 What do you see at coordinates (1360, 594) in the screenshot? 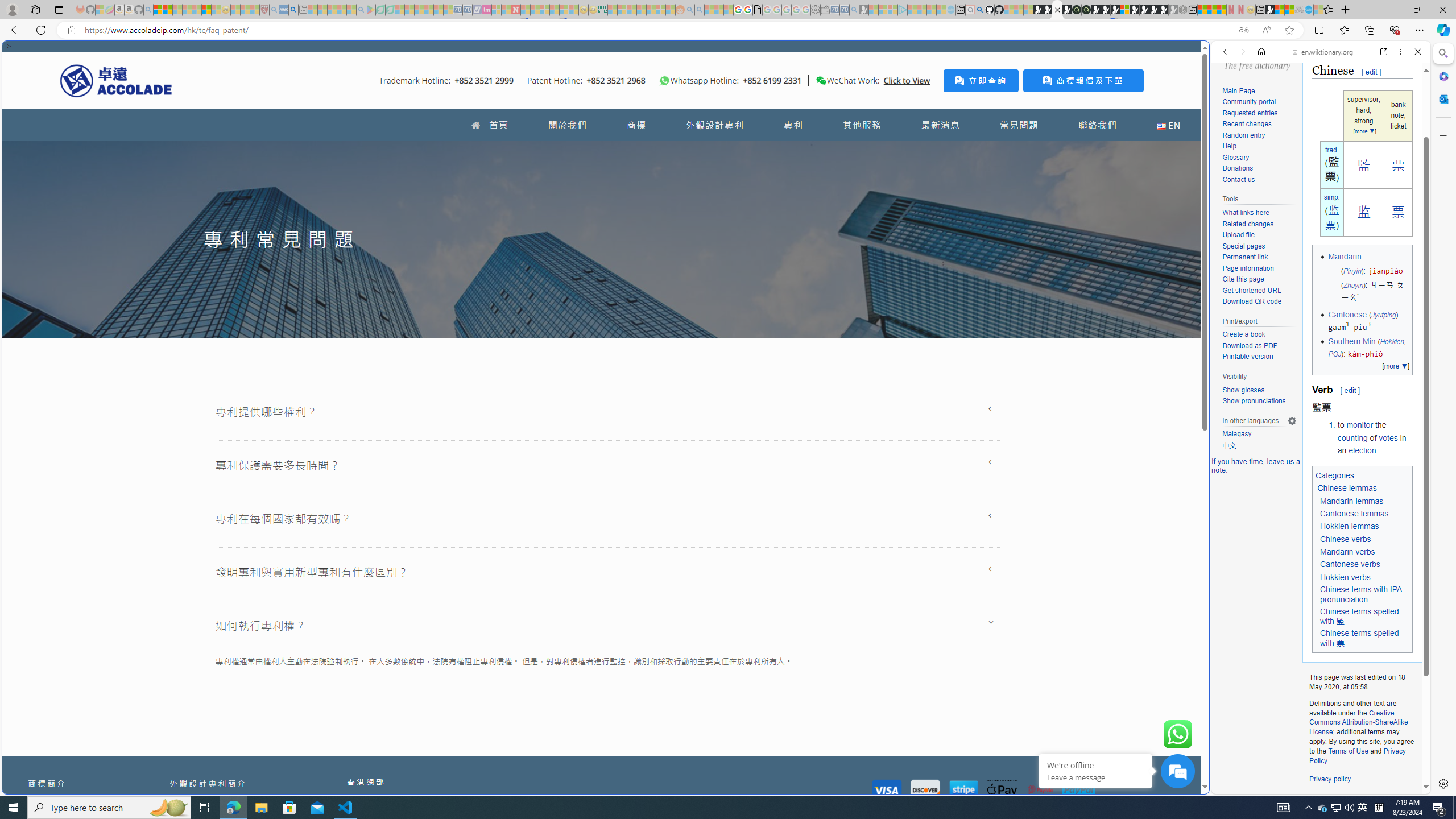
I see `'Chinese terms with IPA pronunciation'` at bounding box center [1360, 594].